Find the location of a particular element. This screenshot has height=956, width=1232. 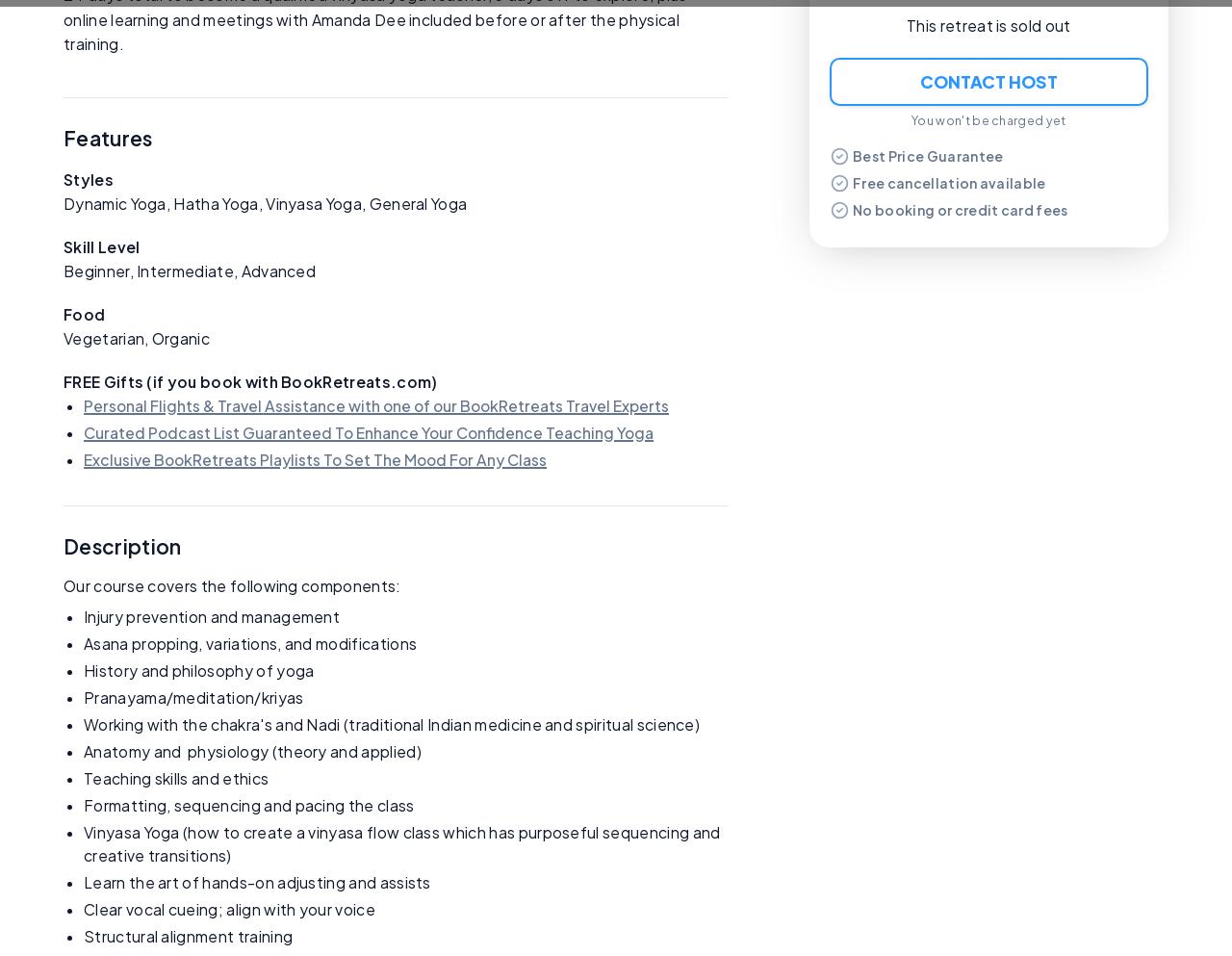

'Personal Flights & Travel Assistance with one of our BookRetreats Travel Experts' is located at coordinates (376, 403).